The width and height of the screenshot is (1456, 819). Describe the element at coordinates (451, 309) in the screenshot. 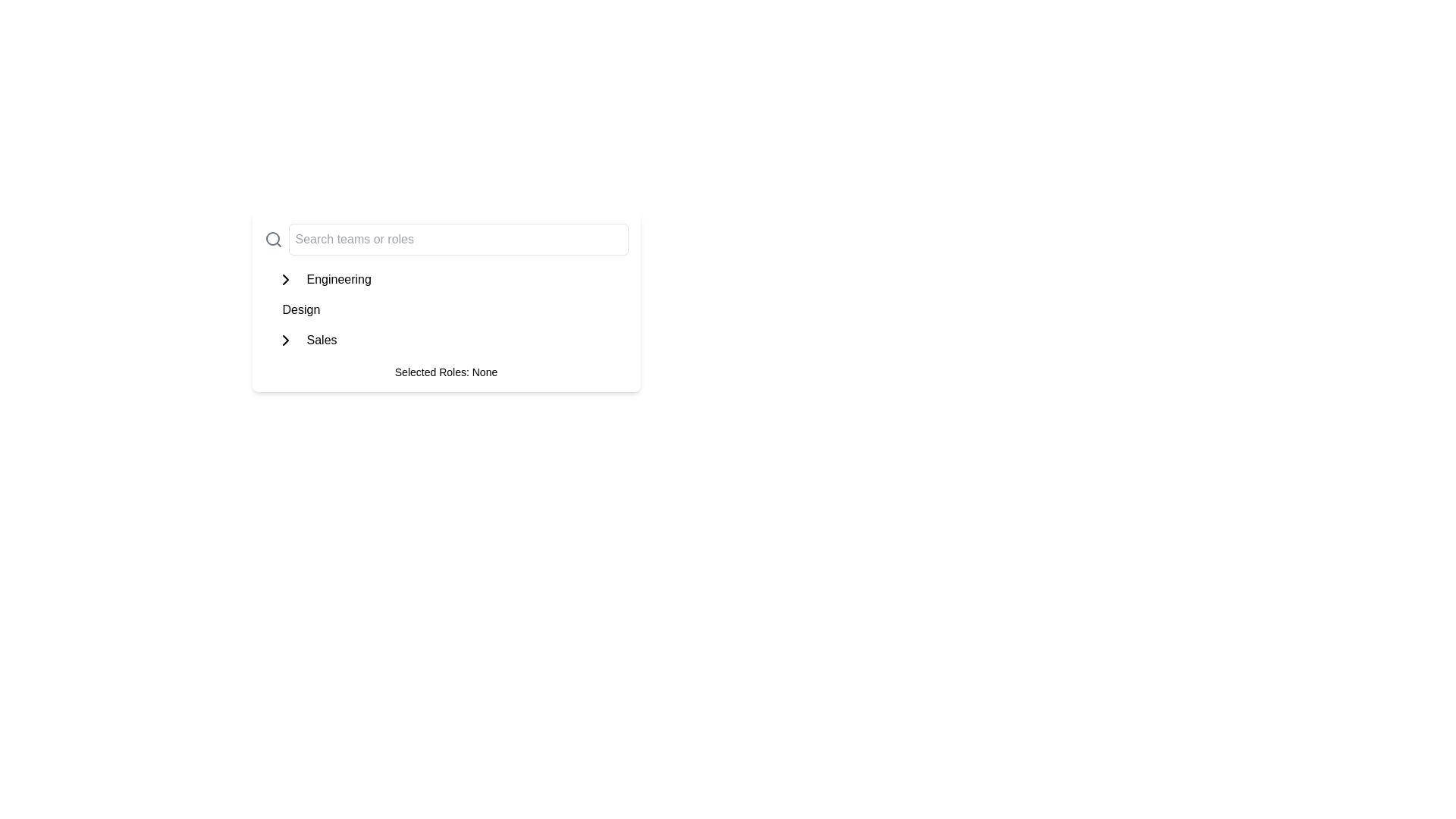

I see `the interactive list item labeled 'Design', which is the second item in a vertical list of navigational options` at that location.